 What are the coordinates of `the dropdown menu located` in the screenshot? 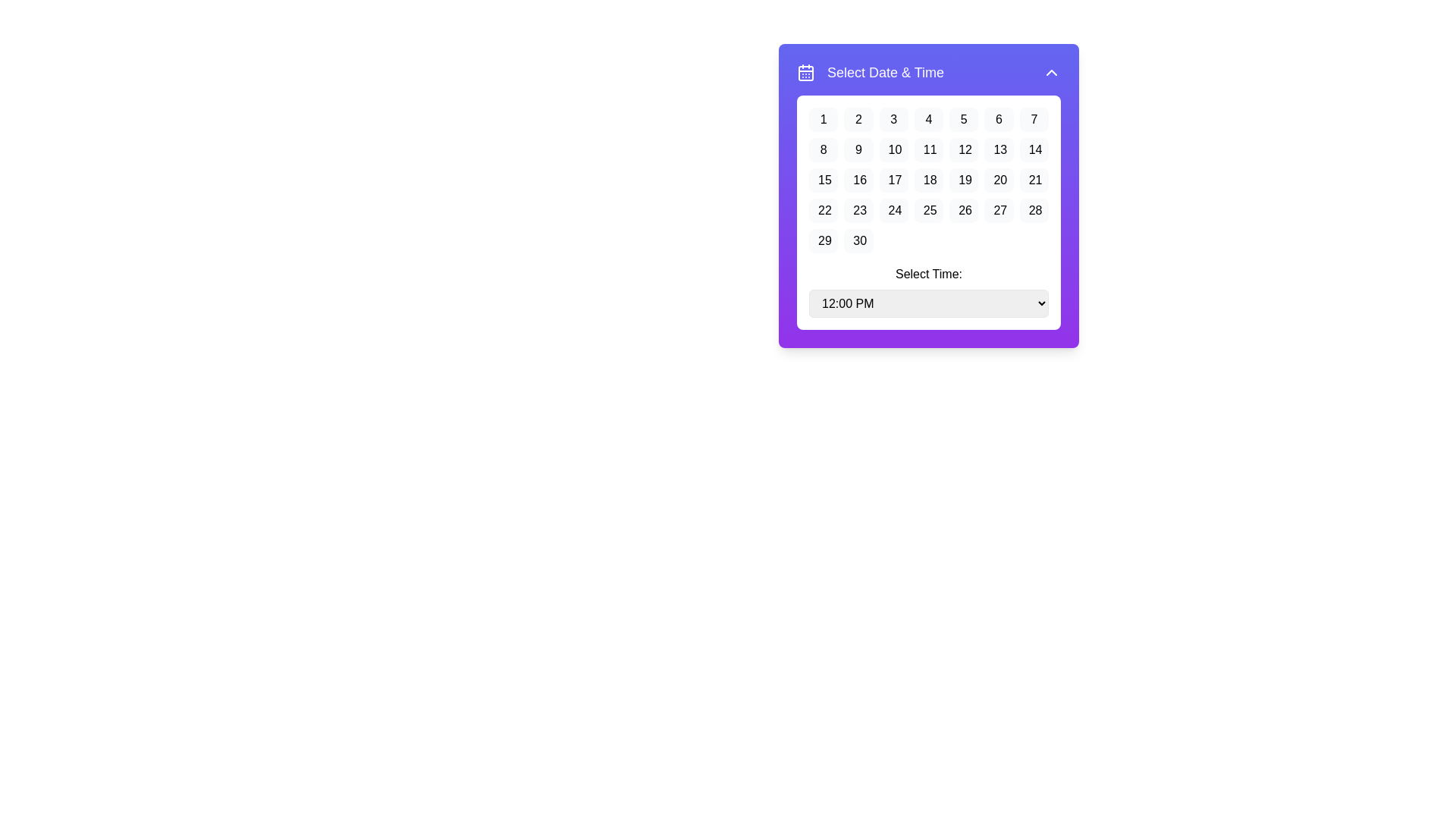 It's located at (927, 291).